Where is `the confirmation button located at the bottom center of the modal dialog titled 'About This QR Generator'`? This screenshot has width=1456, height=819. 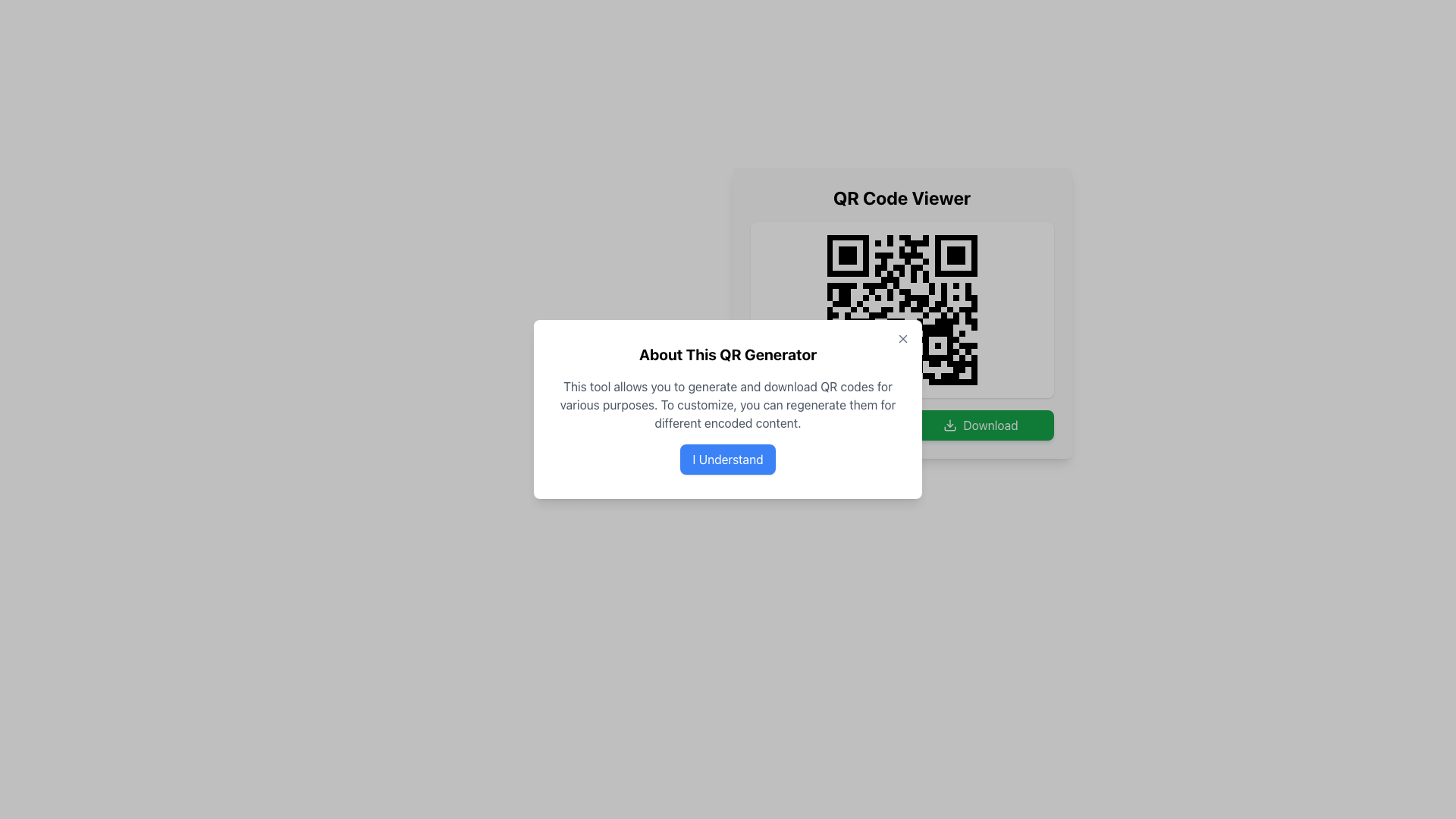 the confirmation button located at the bottom center of the modal dialog titled 'About This QR Generator' is located at coordinates (728, 458).